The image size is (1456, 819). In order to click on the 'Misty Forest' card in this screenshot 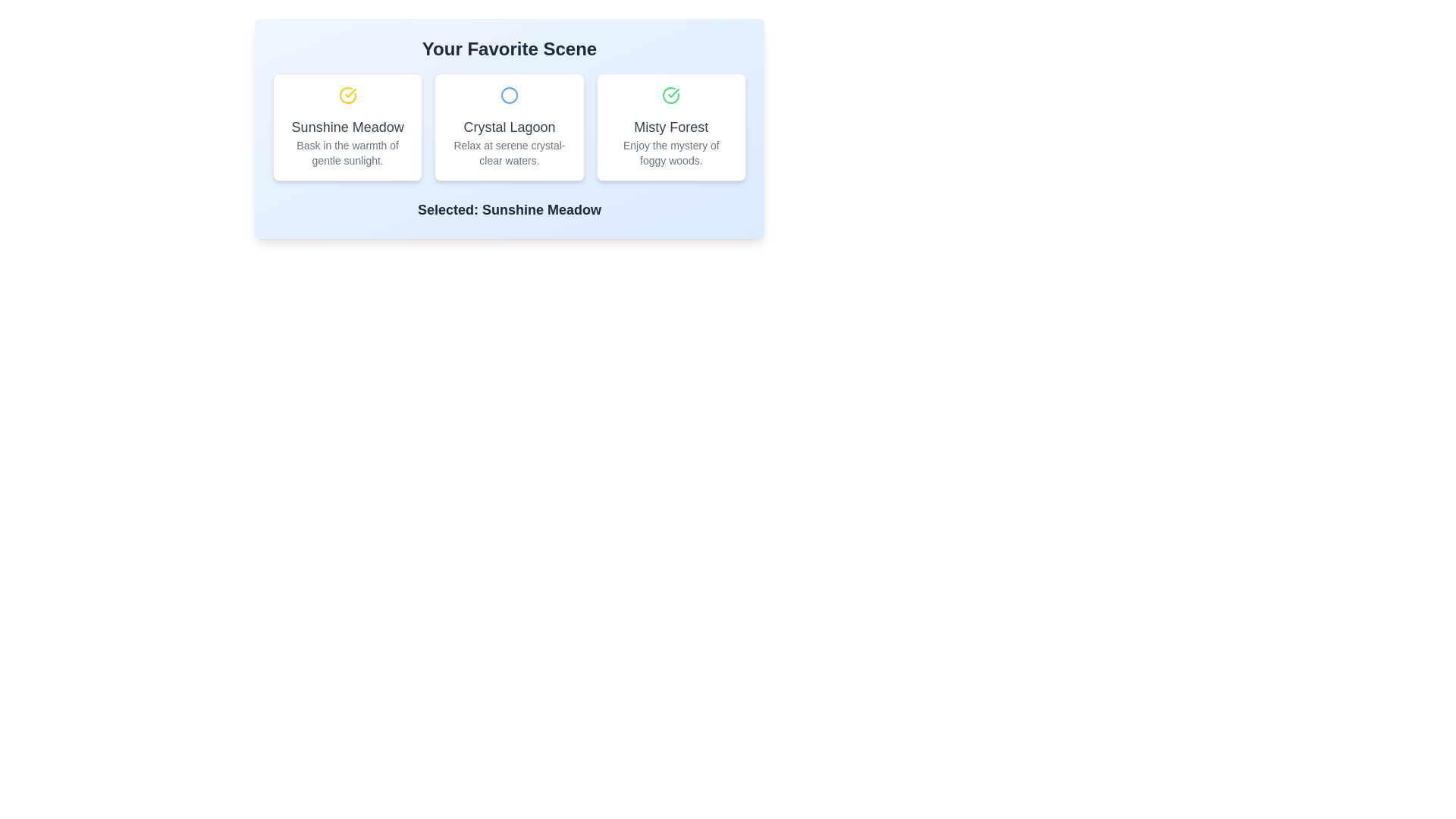, I will do `click(670, 127)`.